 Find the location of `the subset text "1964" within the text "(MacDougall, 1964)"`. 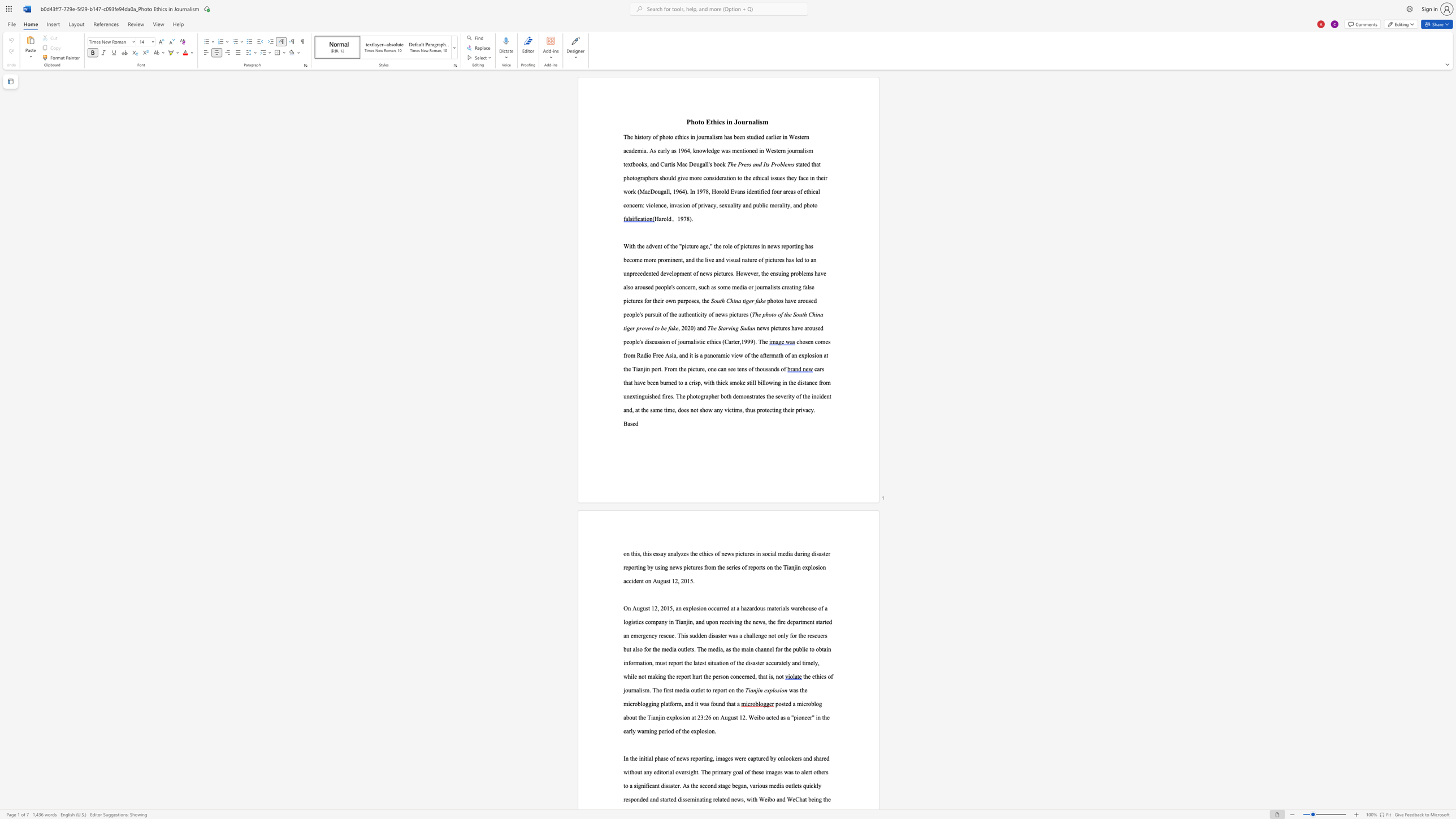

the subset text "1964" within the text "(MacDougall, 1964)" is located at coordinates (672, 190).